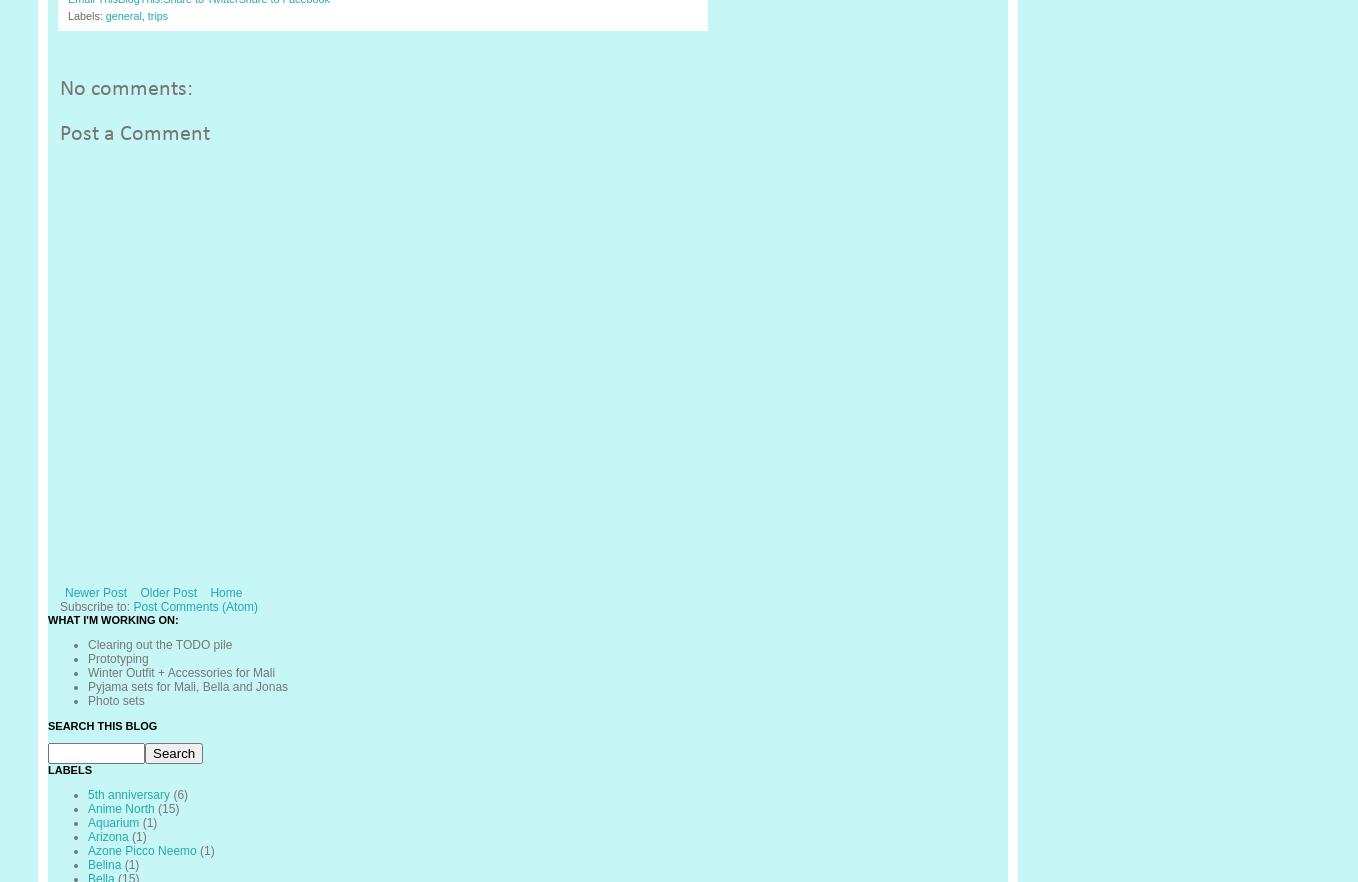 The image size is (1358, 882). I want to click on 'Labels', so click(69, 769).